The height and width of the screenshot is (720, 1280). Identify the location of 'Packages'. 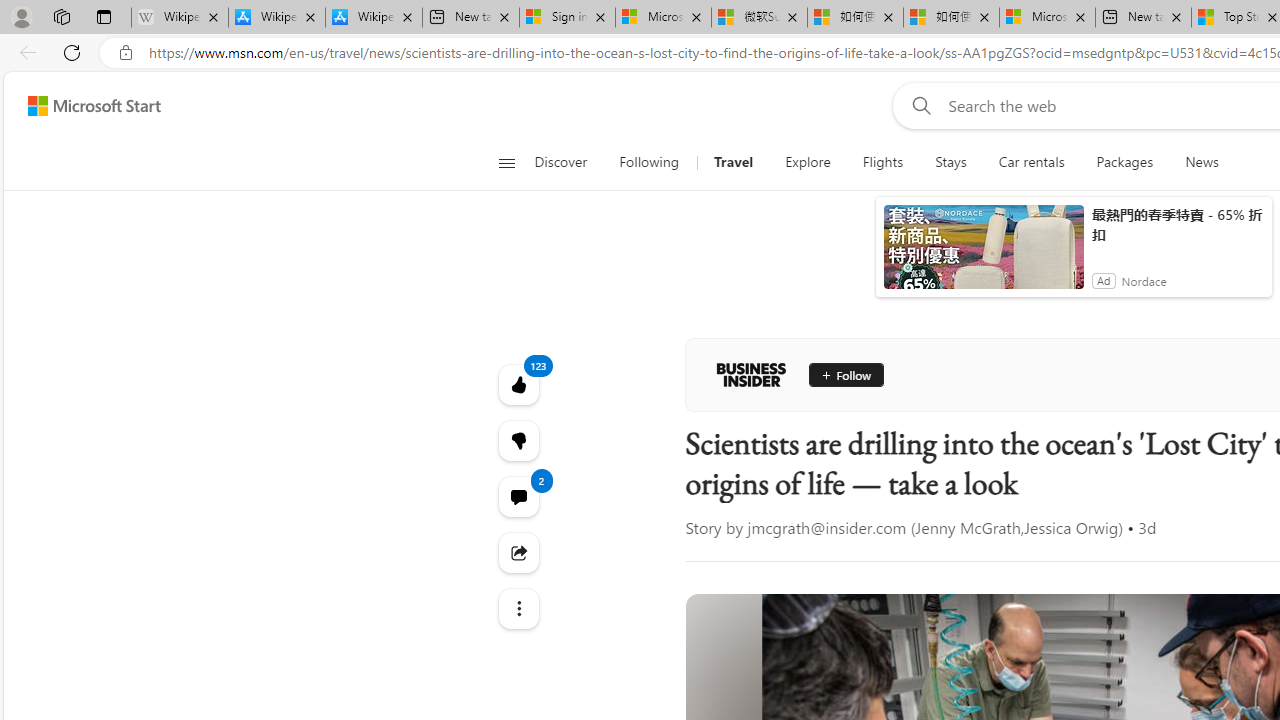
(1125, 162).